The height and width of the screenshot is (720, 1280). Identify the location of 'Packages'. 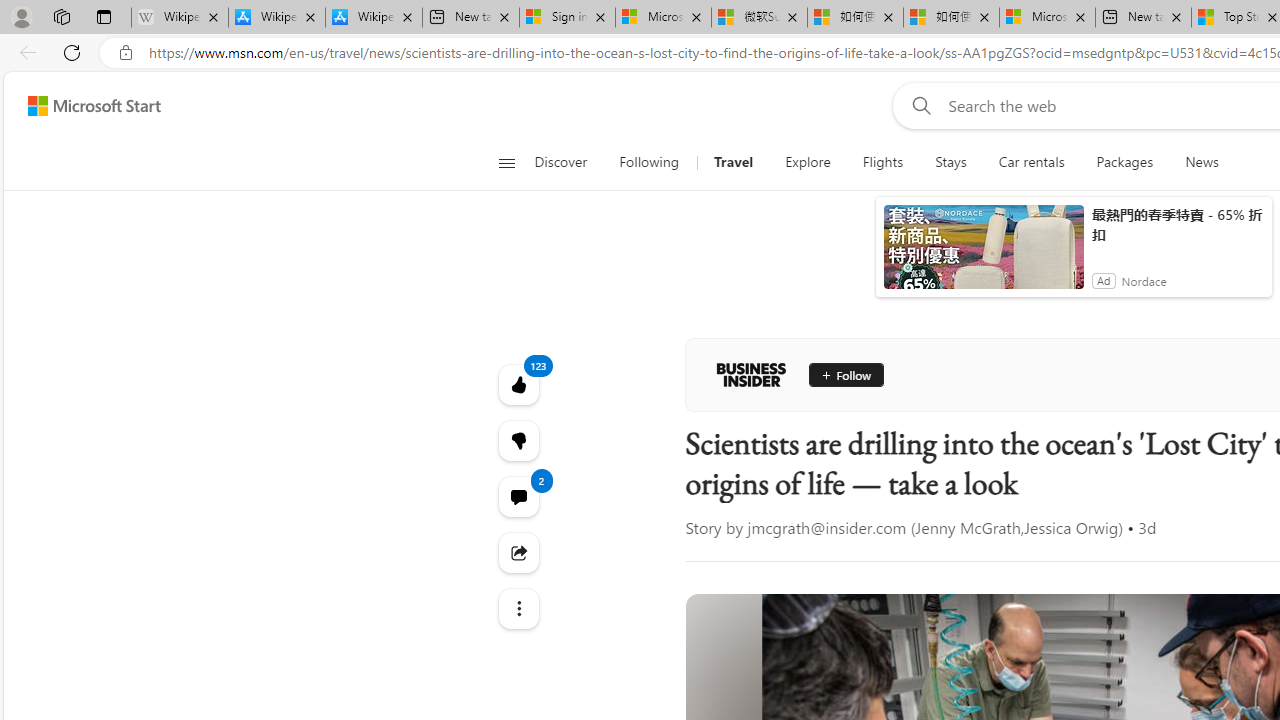
(1125, 162).